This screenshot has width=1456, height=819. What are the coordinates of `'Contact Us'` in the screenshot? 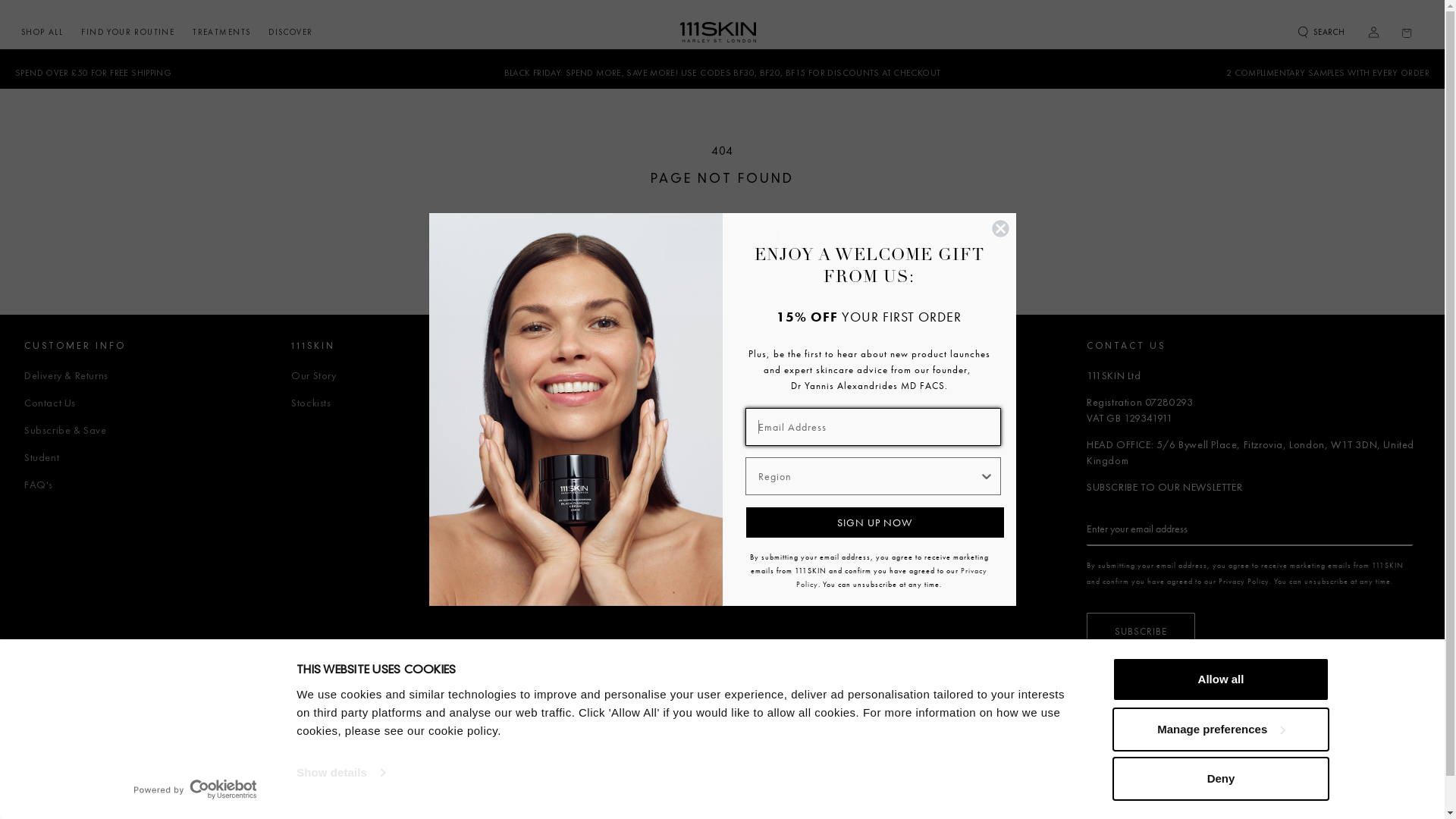 It's located at (50, 397).